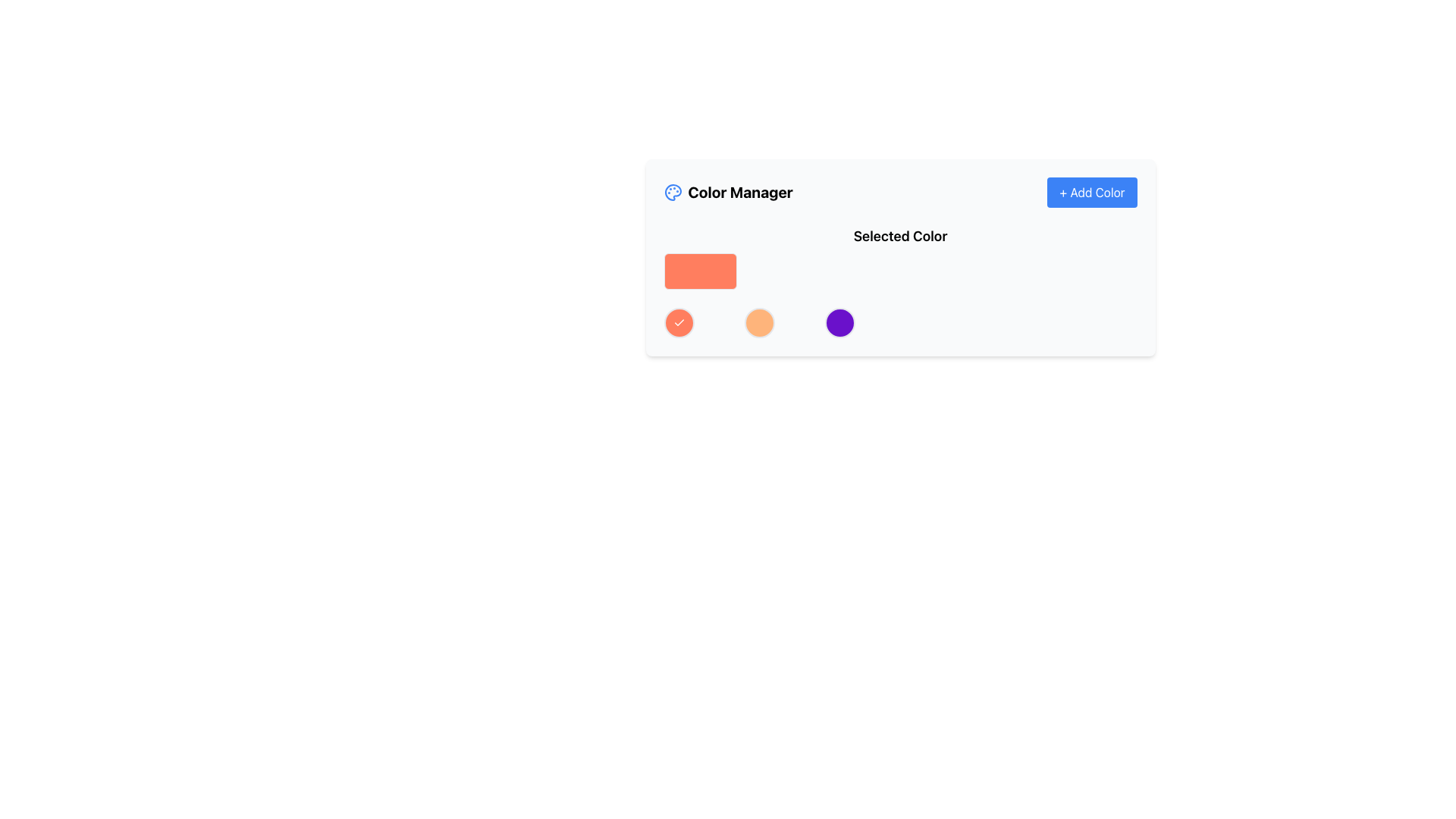 This screenshot has height=819, width=1456. What do you see at coordinates (672, 192) in the screenshot?
I see `the blue circular palette icon with smaller dots, located to the left of the 'Color Manager' text` at bounding box center [672, 192].